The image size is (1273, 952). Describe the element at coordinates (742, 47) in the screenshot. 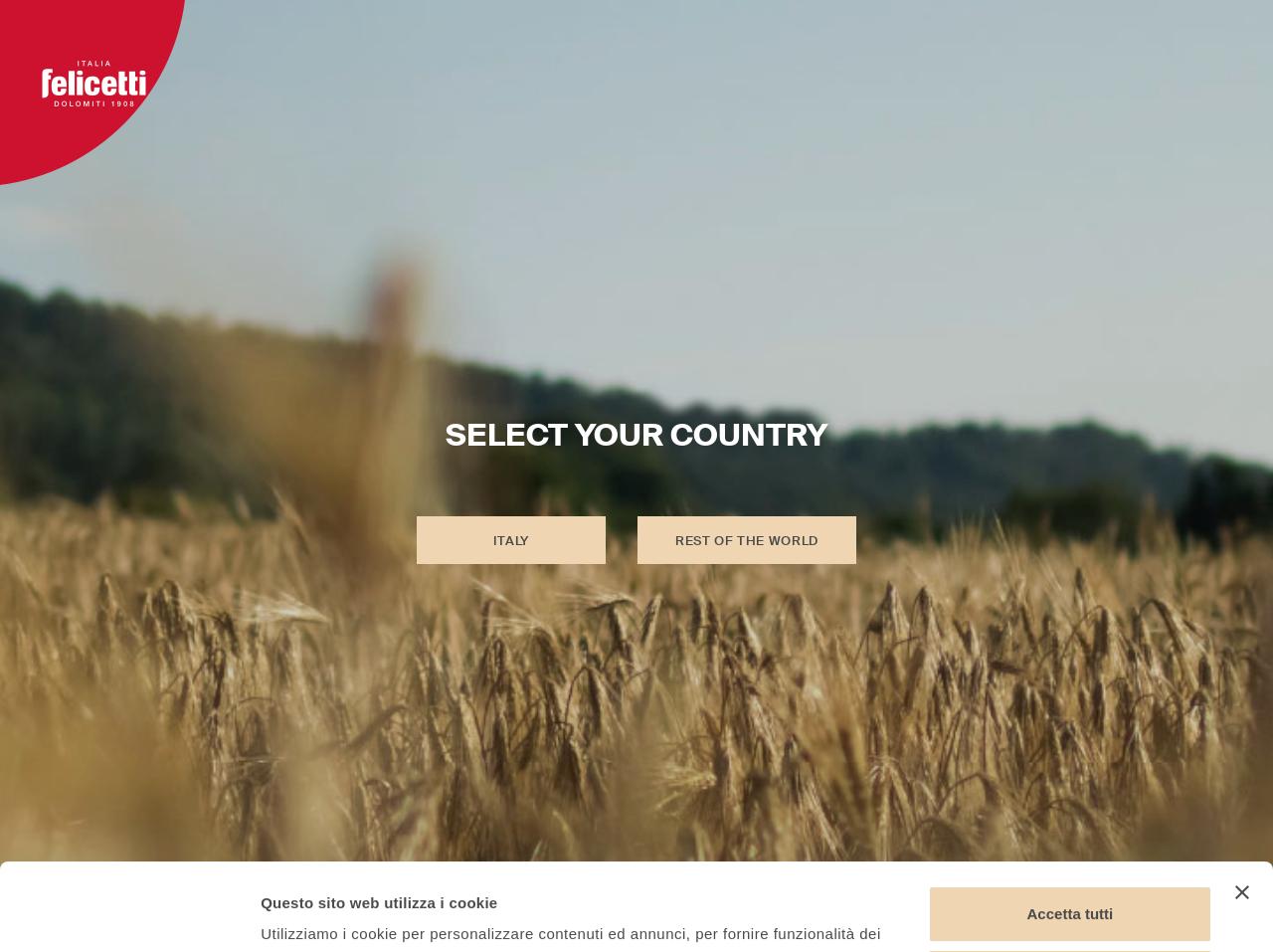

I see `'Activities'` at that location.